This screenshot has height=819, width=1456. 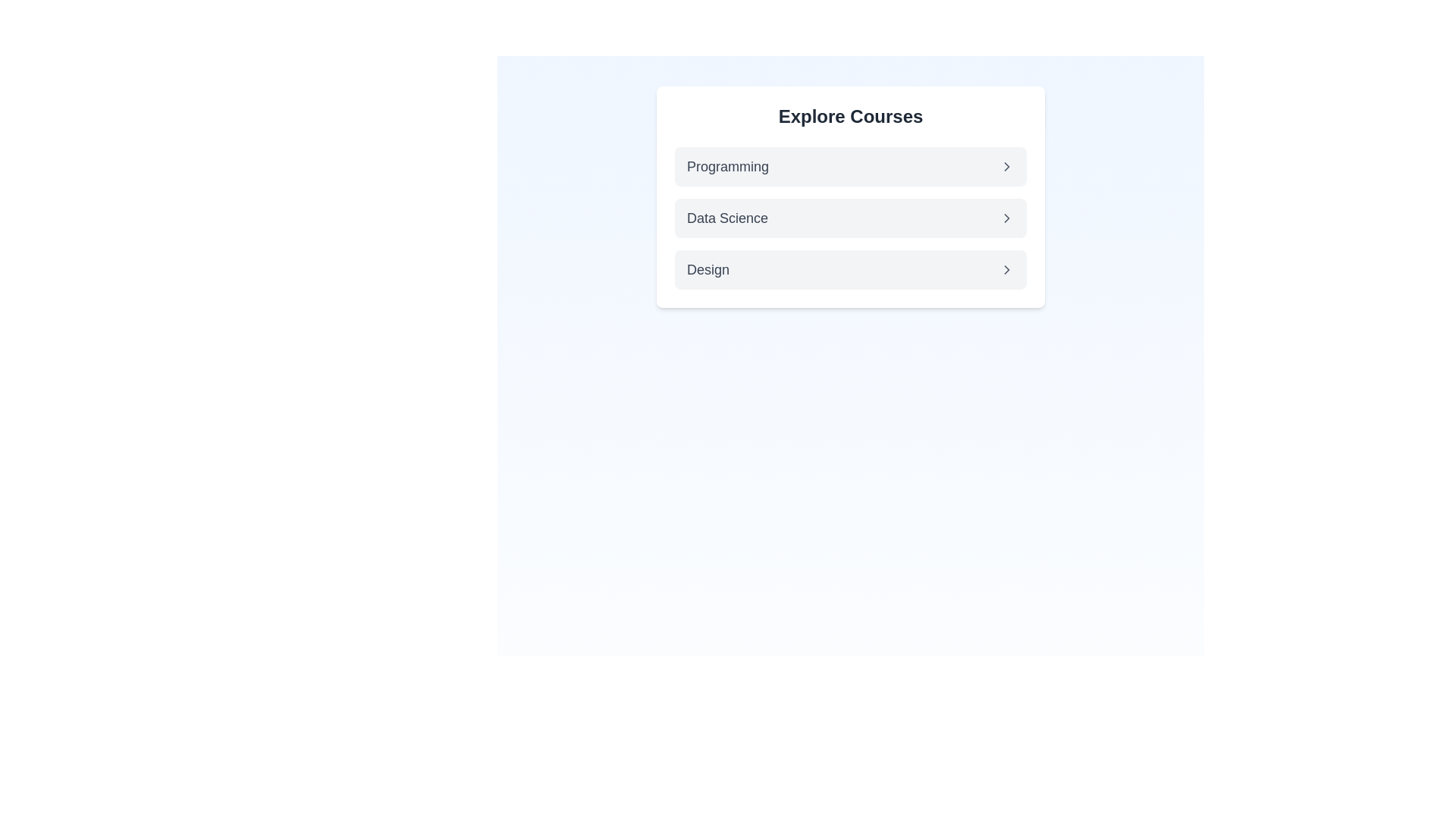 I want to click on the rightward-facing chevron icon located to the right of the 'Data Science' label in the second row of the 'Explore Courses' card, so click(x=1007, y=218).